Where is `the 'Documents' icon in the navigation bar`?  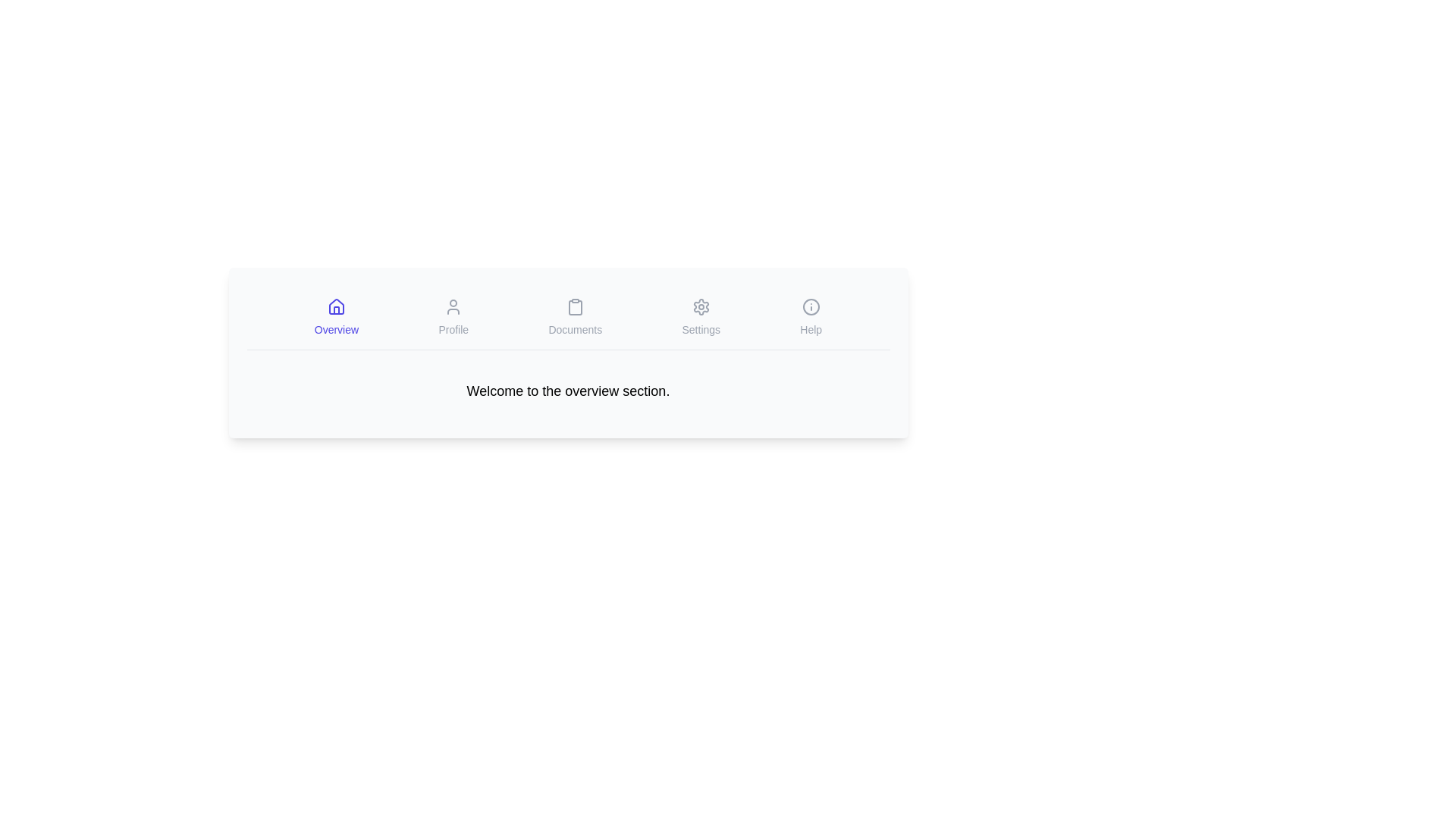 the 'Documents' icon in the navigation bar is located at coordinates (574, 307).